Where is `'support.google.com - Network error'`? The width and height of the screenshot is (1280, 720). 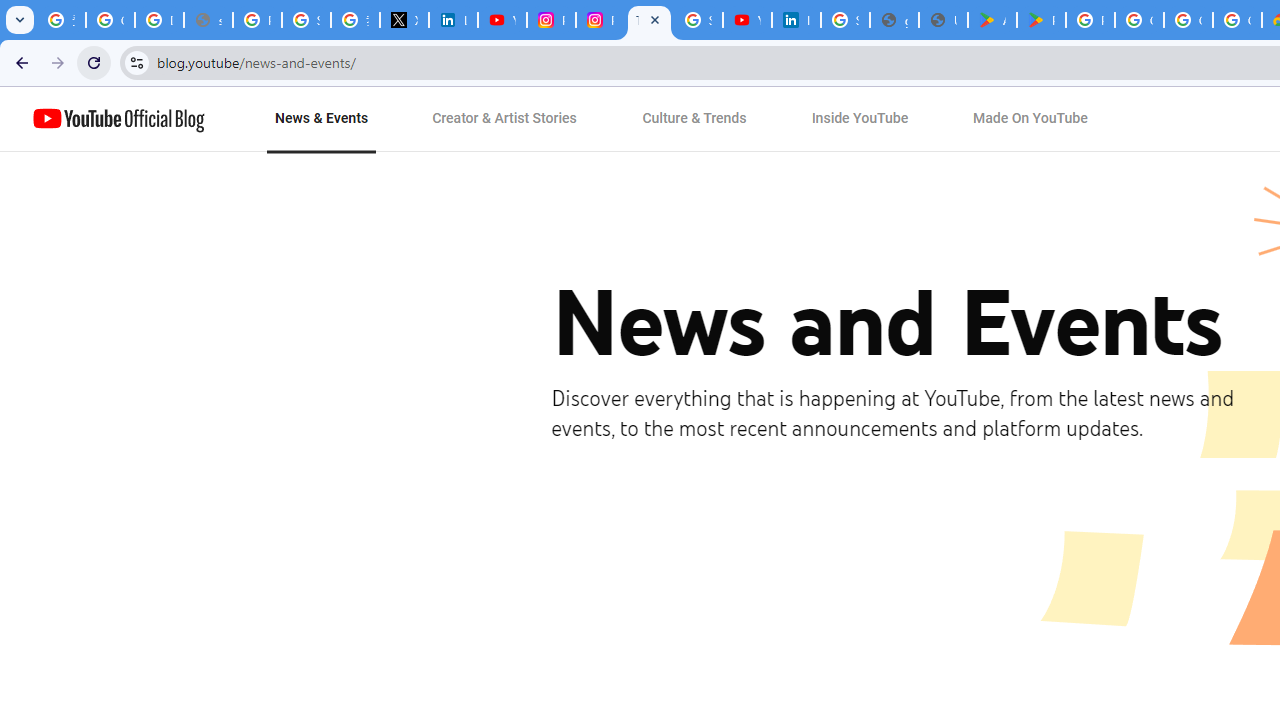 'support.google.com - Network error' is located at coordinates (208, 20).